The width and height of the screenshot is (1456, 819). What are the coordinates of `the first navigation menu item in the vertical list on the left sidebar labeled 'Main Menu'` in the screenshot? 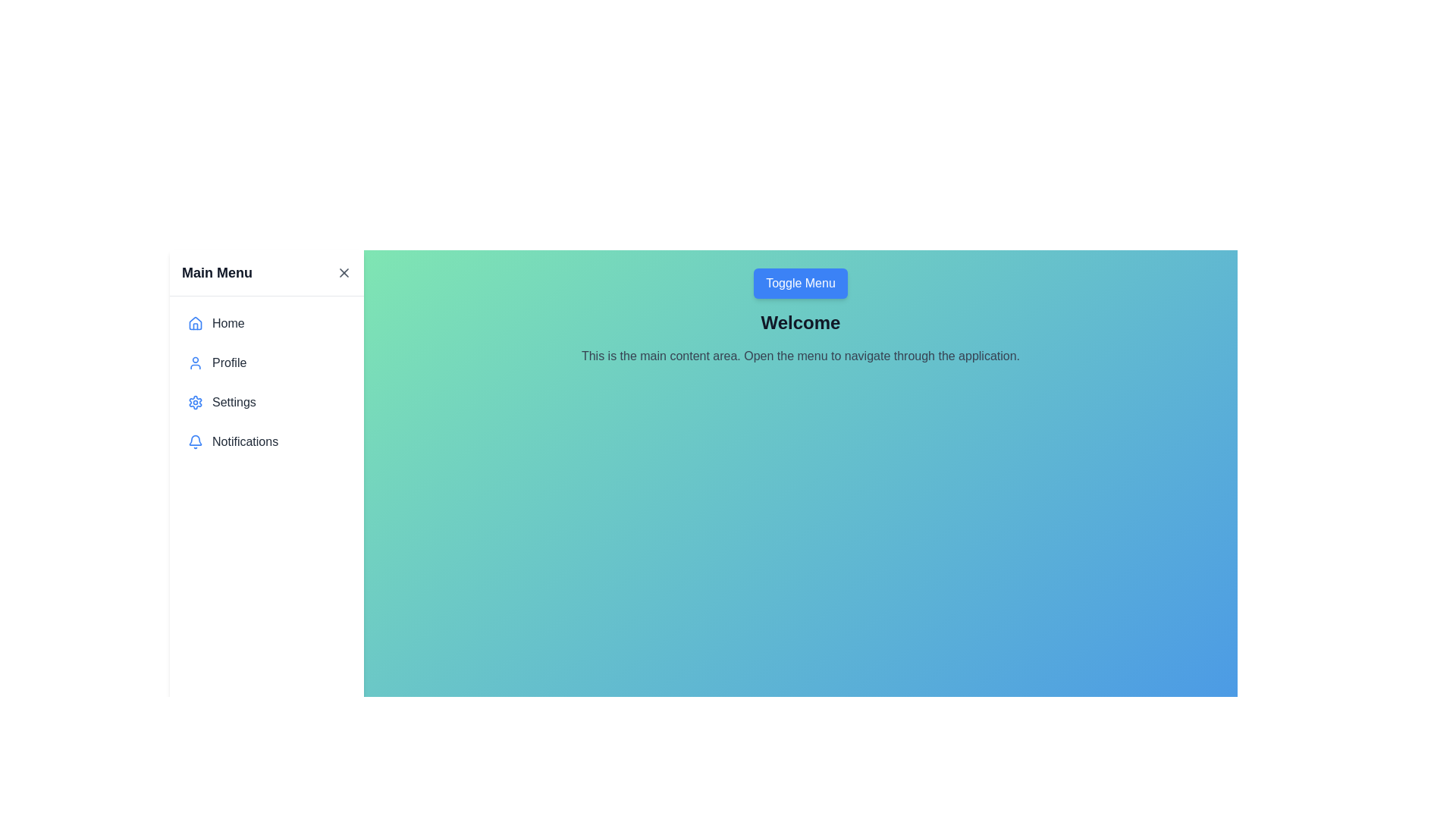 It's located at (266, 323).